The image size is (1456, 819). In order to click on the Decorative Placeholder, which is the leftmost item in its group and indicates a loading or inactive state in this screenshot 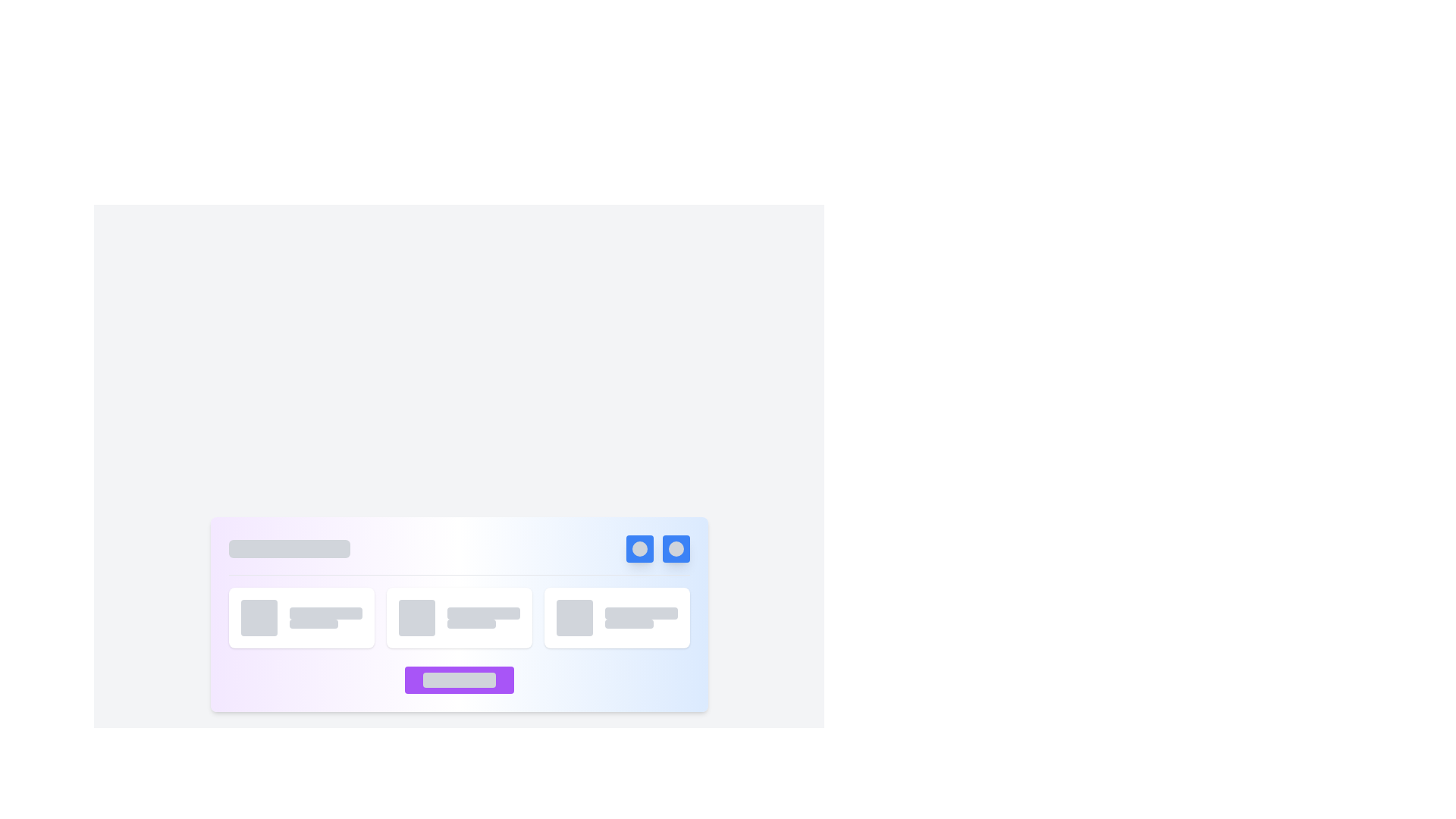, I will do `click(259, 617)`.